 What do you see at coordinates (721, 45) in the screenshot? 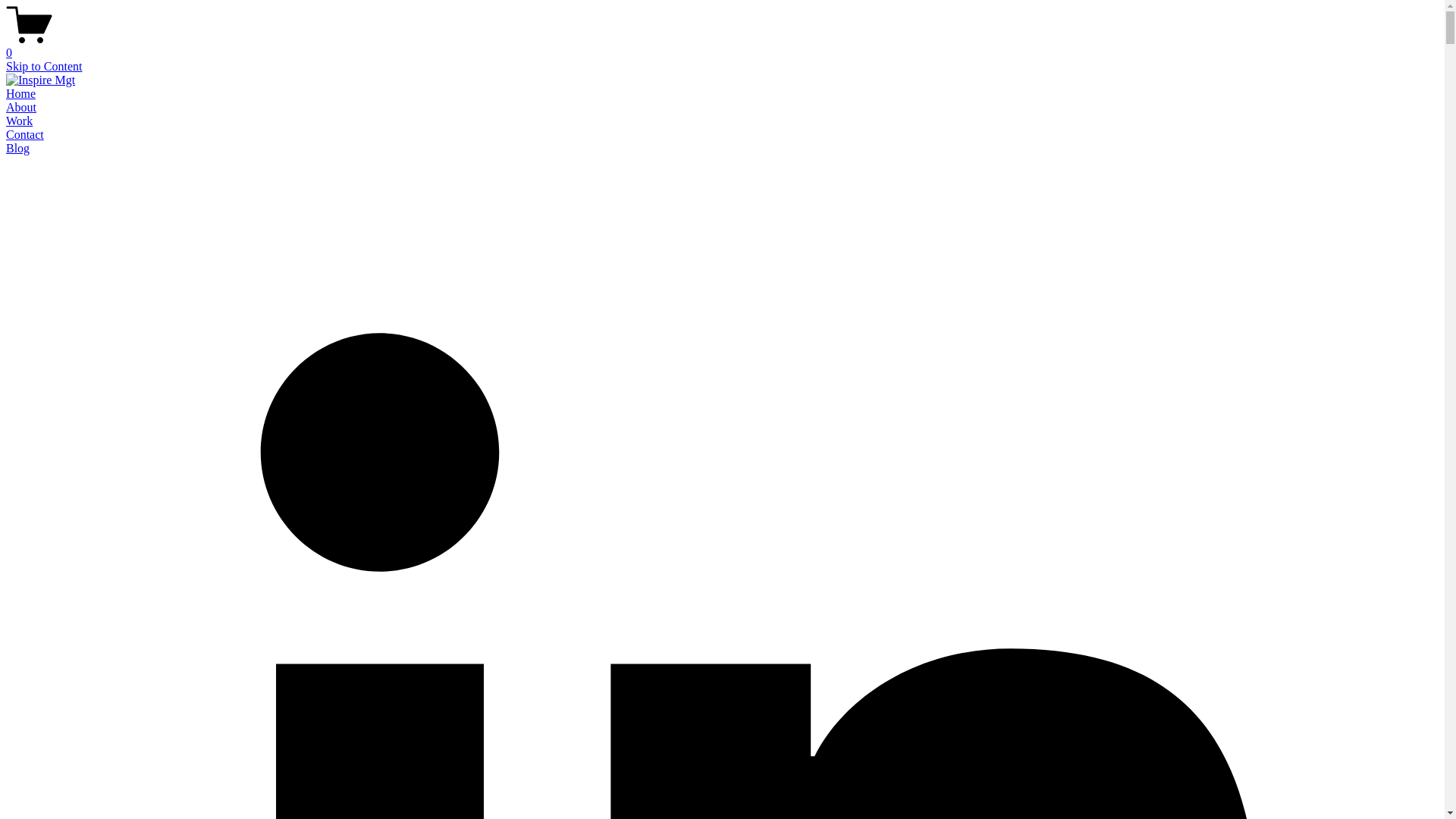
I see `'0'` at bounding box center [721, 45].